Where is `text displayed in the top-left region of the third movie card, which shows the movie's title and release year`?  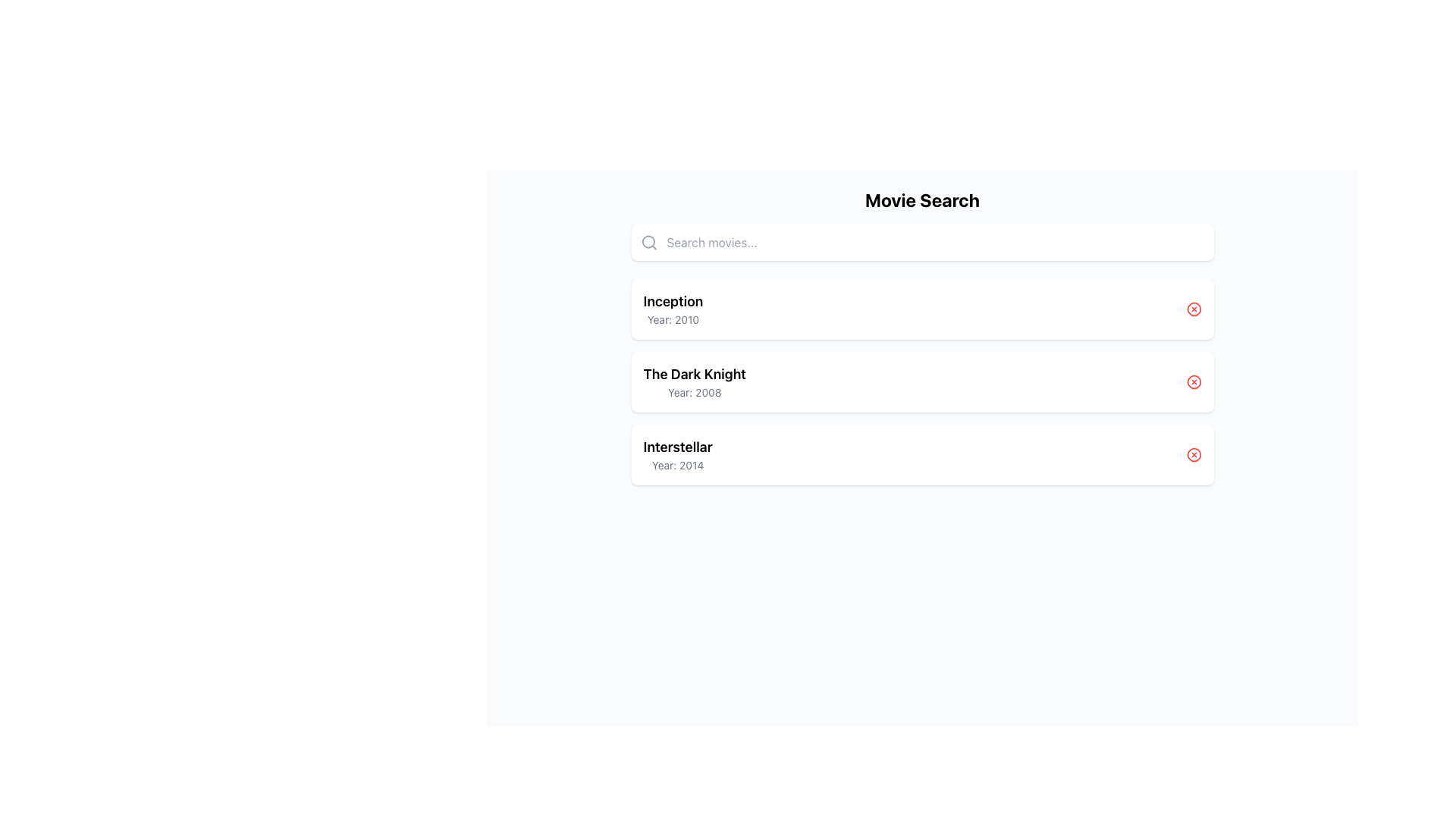 text displayed in the top-left region of the third movie card, which shows the movie's title and release year is located at coordinates (677, 454).